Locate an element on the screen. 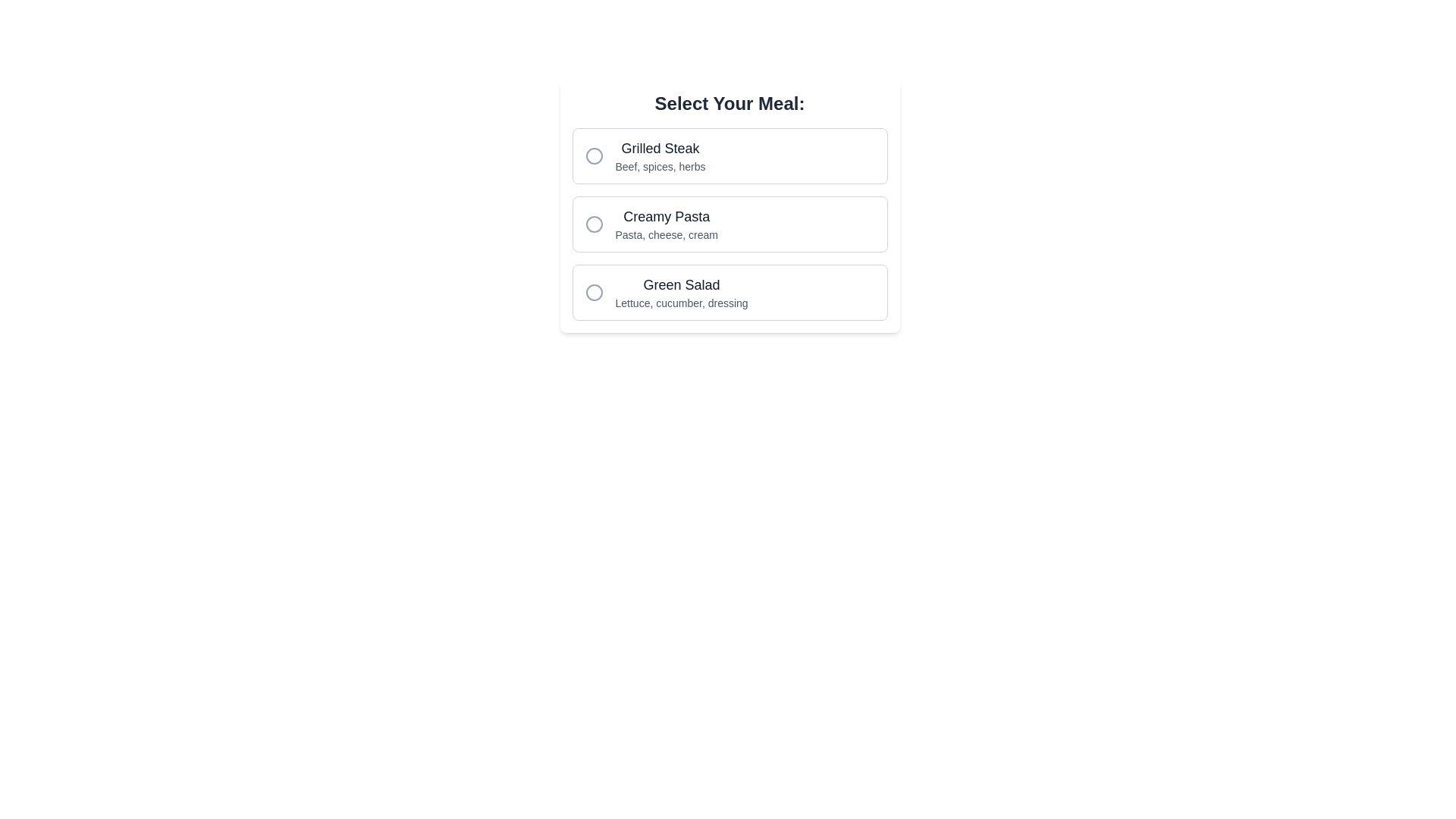 This screenshot has width=1456, height=819. the label displaying 'Pasta, cheese, cream' positioned beneath the heading 'Creamy Pasta' in the middle choice of the three-choice group under 'Select Your Meal' is located at coordinates (667, 234).